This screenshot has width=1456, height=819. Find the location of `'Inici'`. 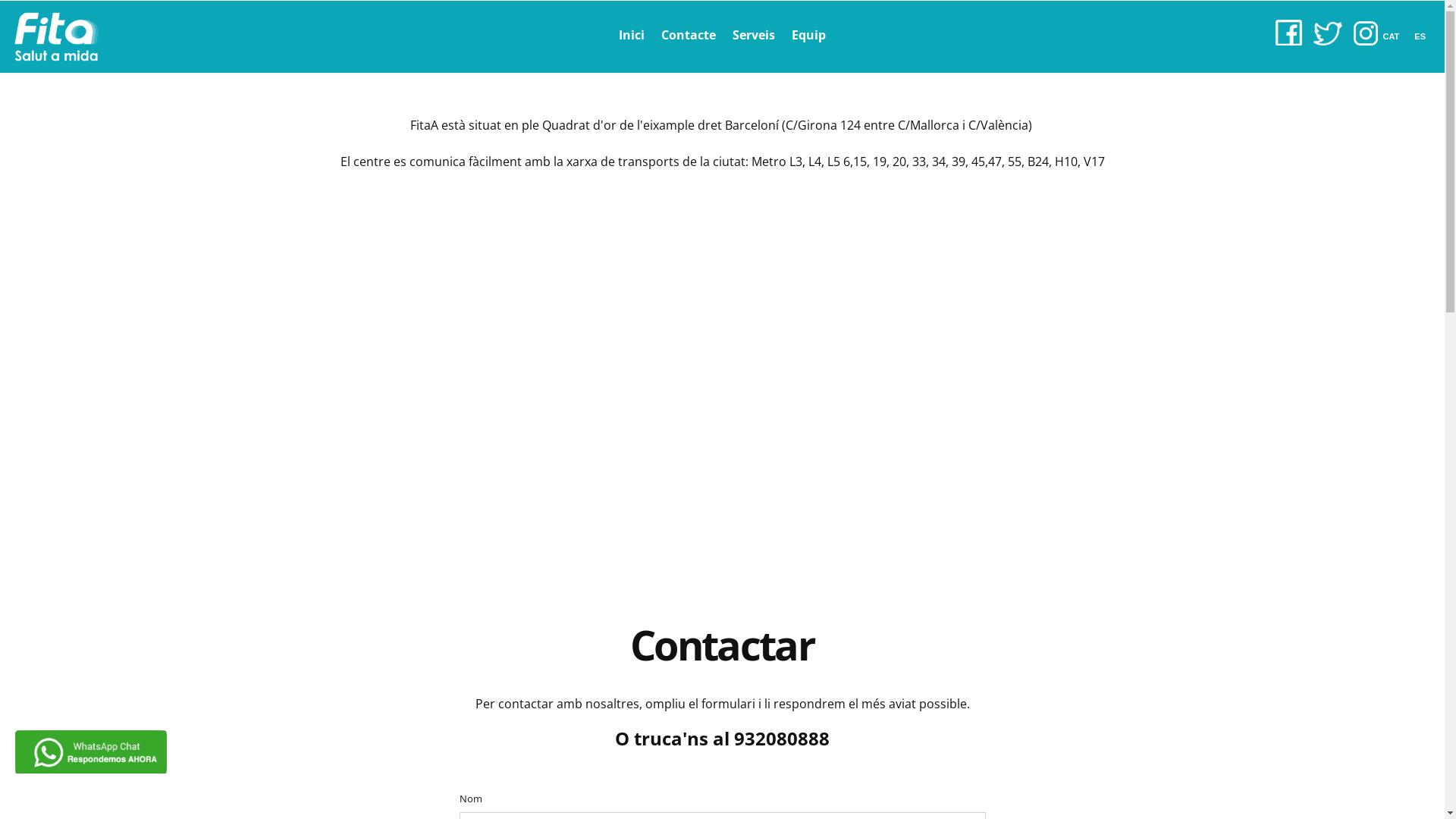

'Inici' is located at coordinates (632, 34).